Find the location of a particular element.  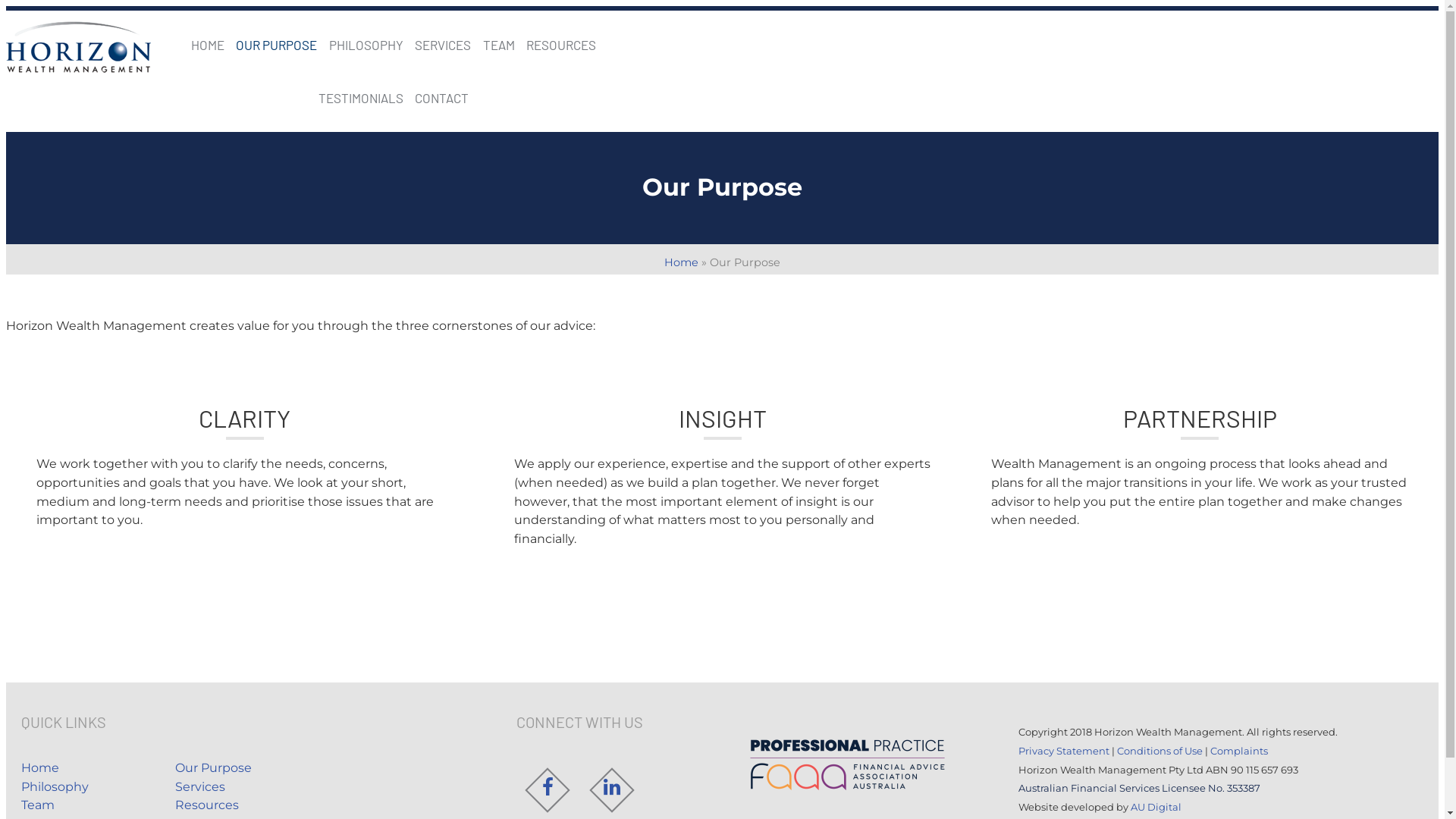

'TEAM' is located at coordinates (498, 43).